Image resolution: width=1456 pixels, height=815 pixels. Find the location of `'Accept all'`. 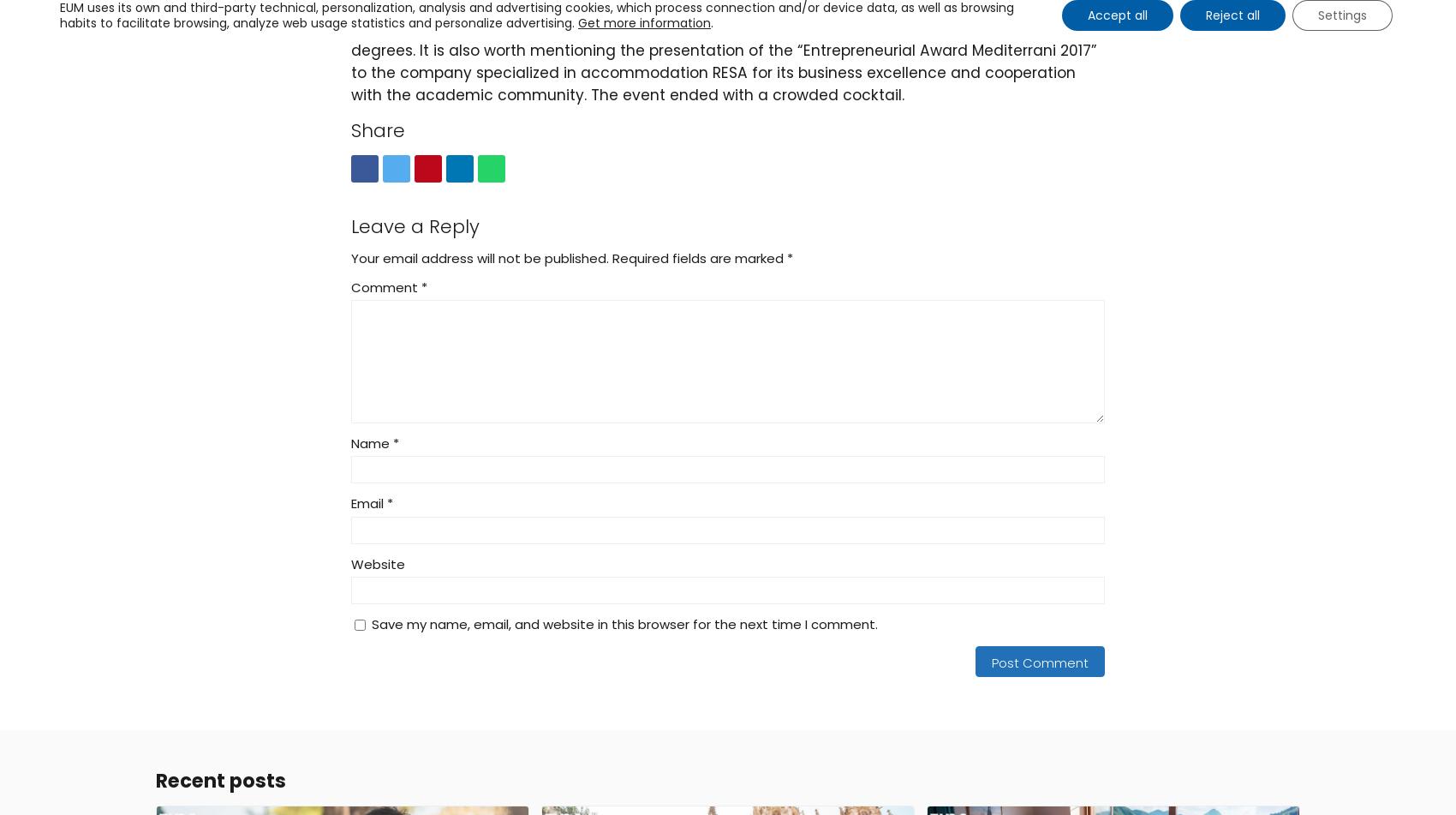

'Accept all' is located at coordinates (1117, 15).